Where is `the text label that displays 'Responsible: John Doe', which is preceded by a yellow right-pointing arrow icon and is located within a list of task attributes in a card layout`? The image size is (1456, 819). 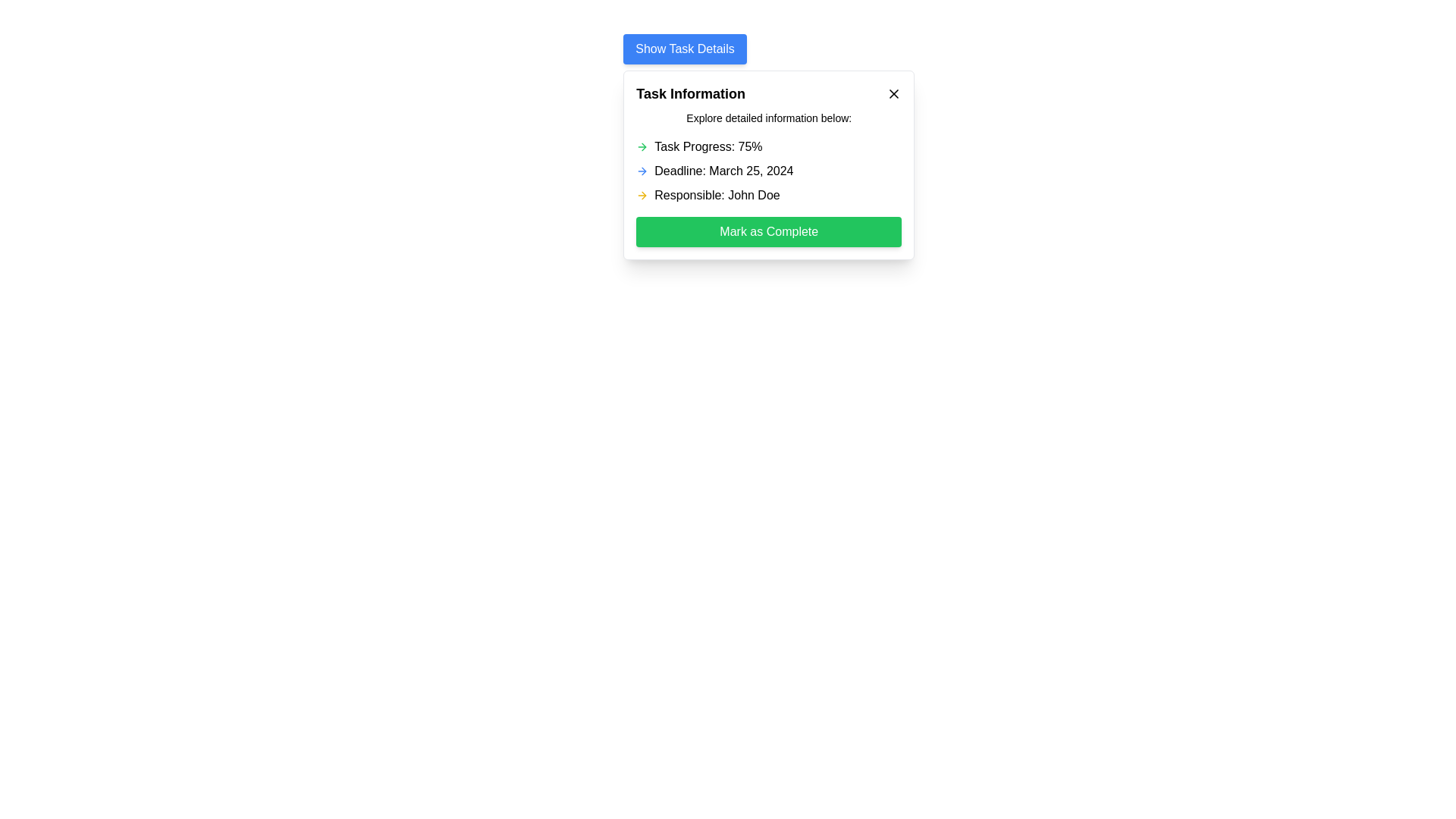
the text label that displays 'Responsible: John Doe', which is preceded by a yellow right-pointing arrow icon and is located within a list of task attributes in a card layout is located at coordinates (769, 195).